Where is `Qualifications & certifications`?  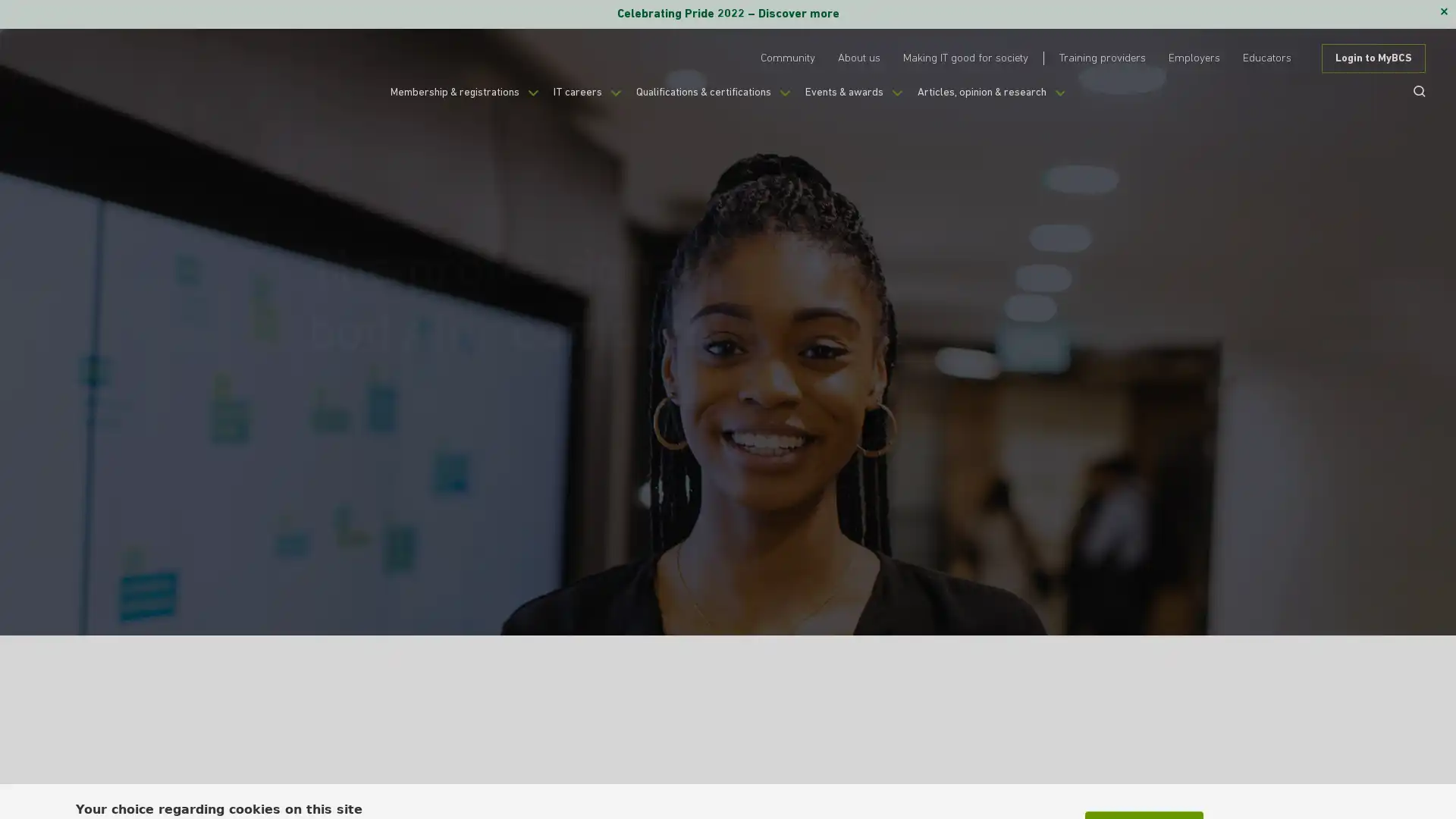
Qualifications & certifications is located at coordinates (711, 100).